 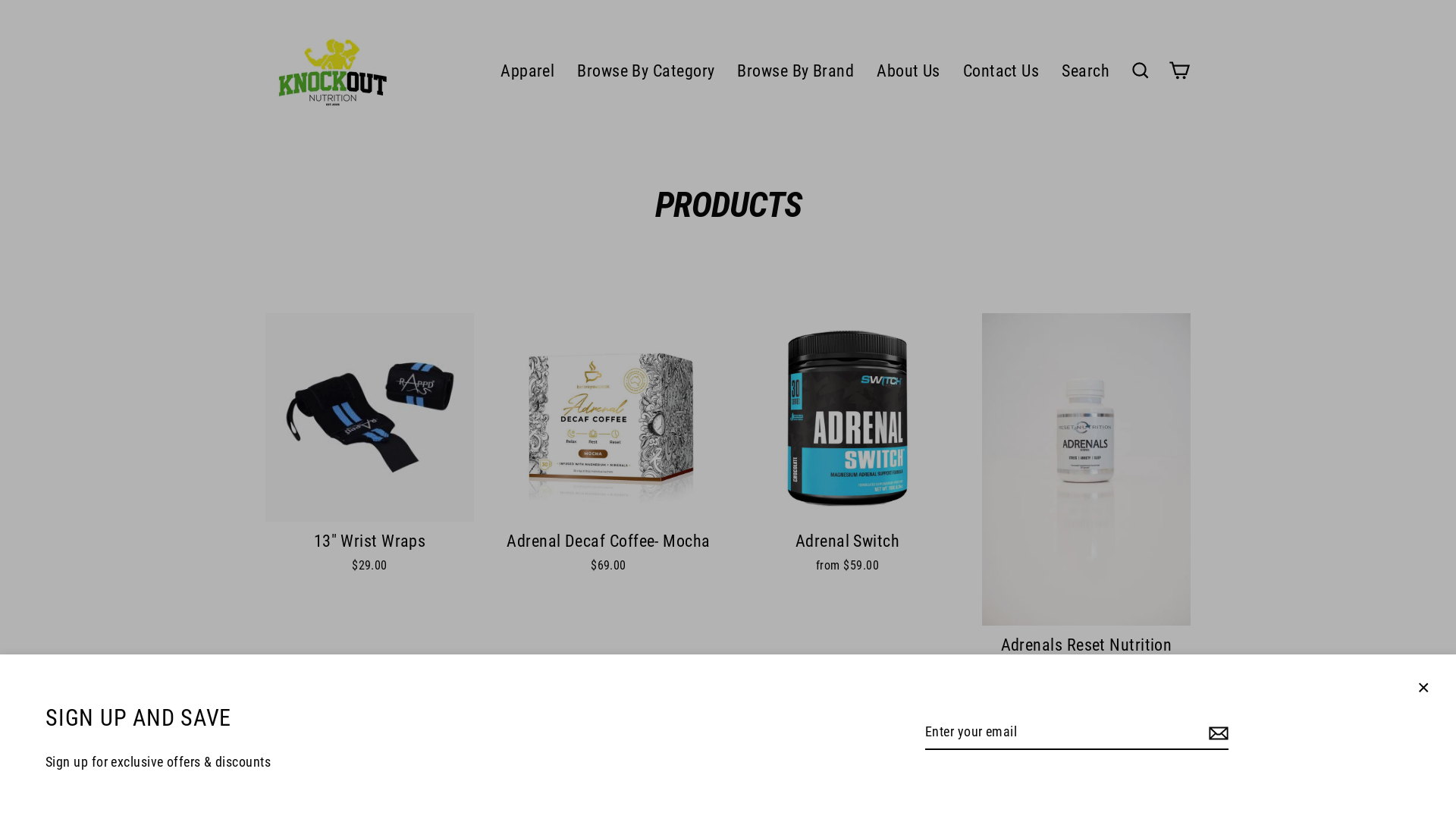 I want to click on 'Apparel', so click(x=488, y=70).